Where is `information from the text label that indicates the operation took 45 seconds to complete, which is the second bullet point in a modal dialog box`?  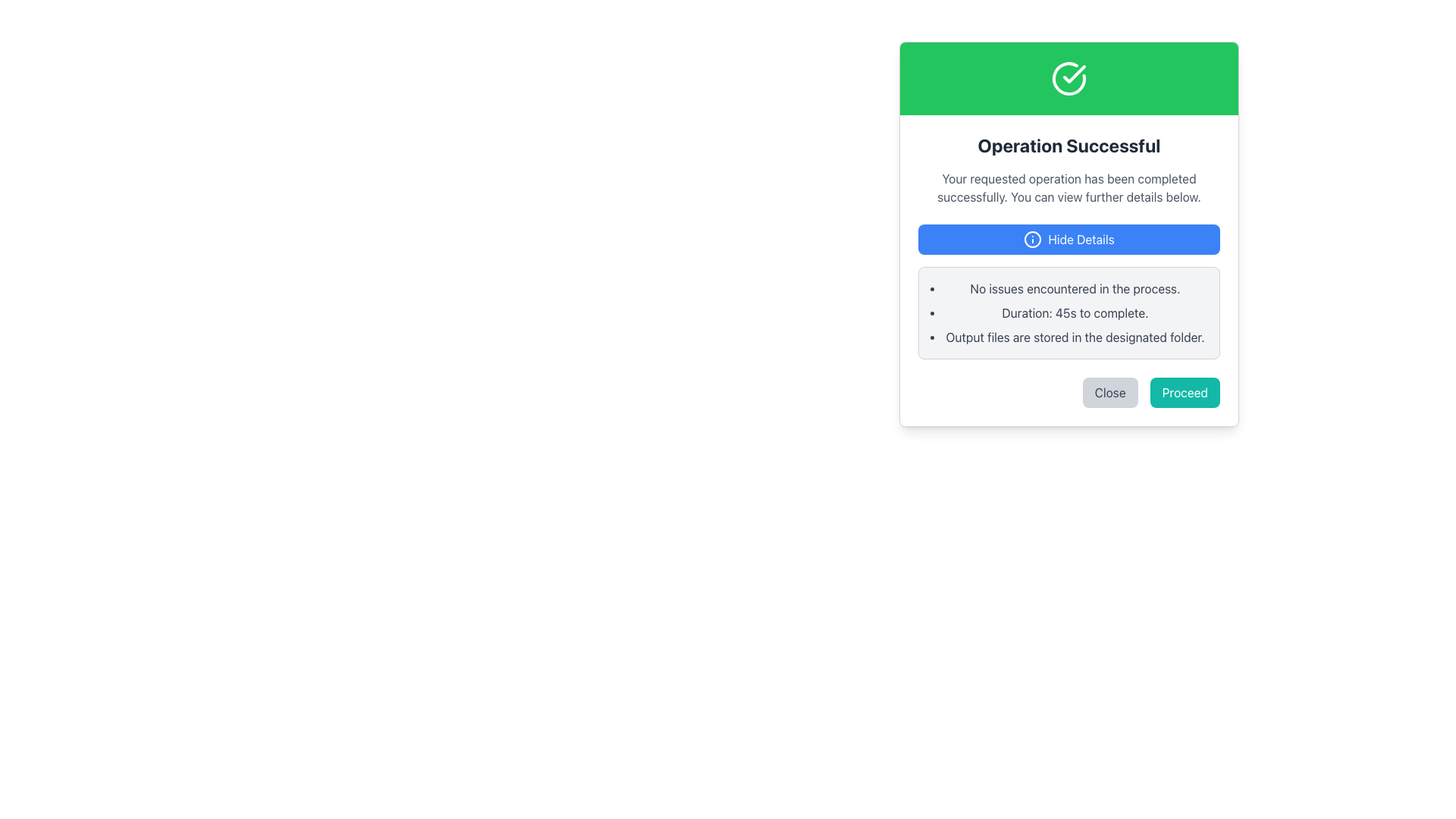 information from the text label that indicates the operation took 45 seconds to complete, which is the second bullet point in a modal dialog box is located at coordinates (1074, 312).